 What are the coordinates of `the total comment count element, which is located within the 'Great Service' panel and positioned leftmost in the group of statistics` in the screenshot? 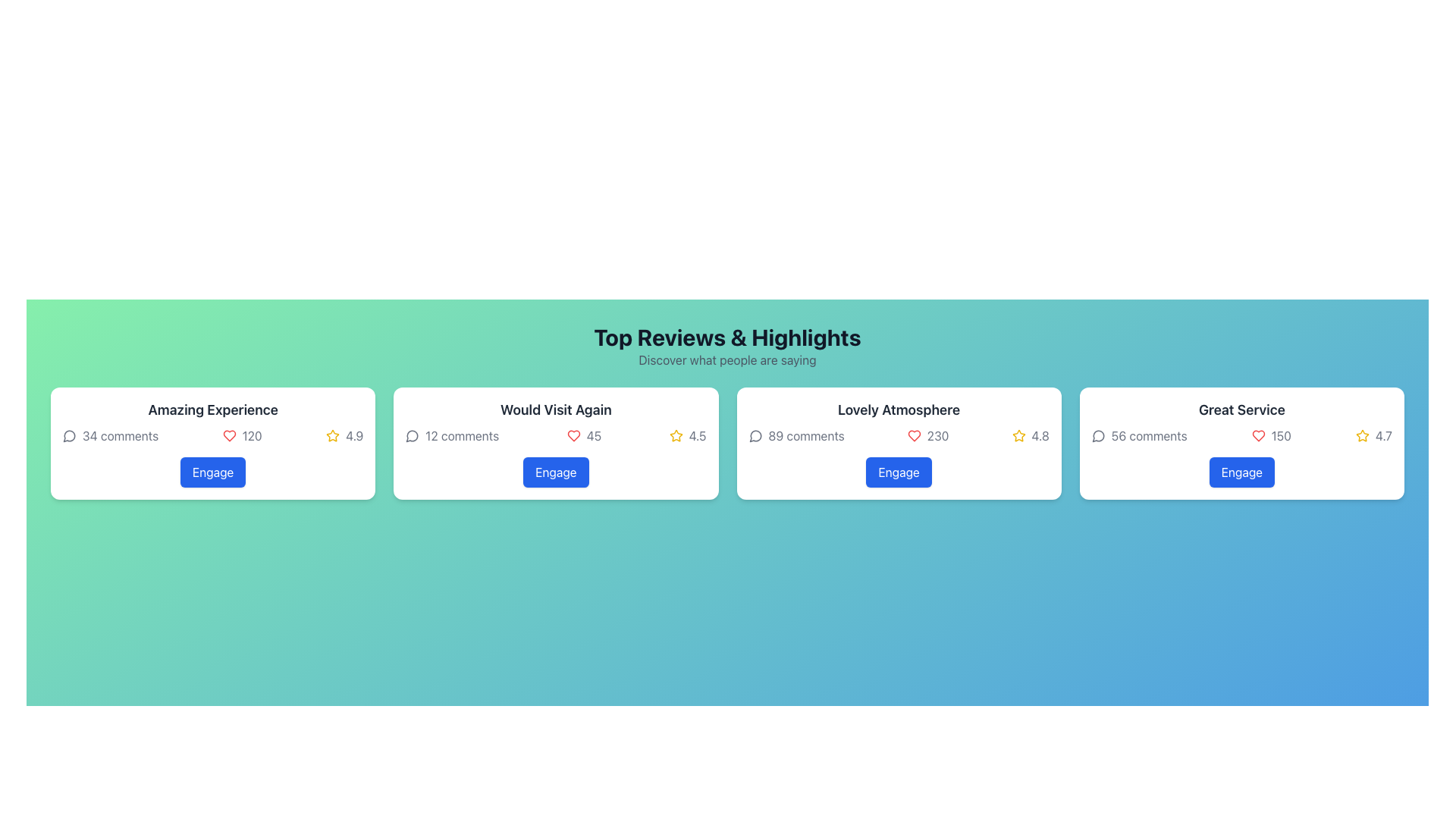 It's located at (1139, 435).